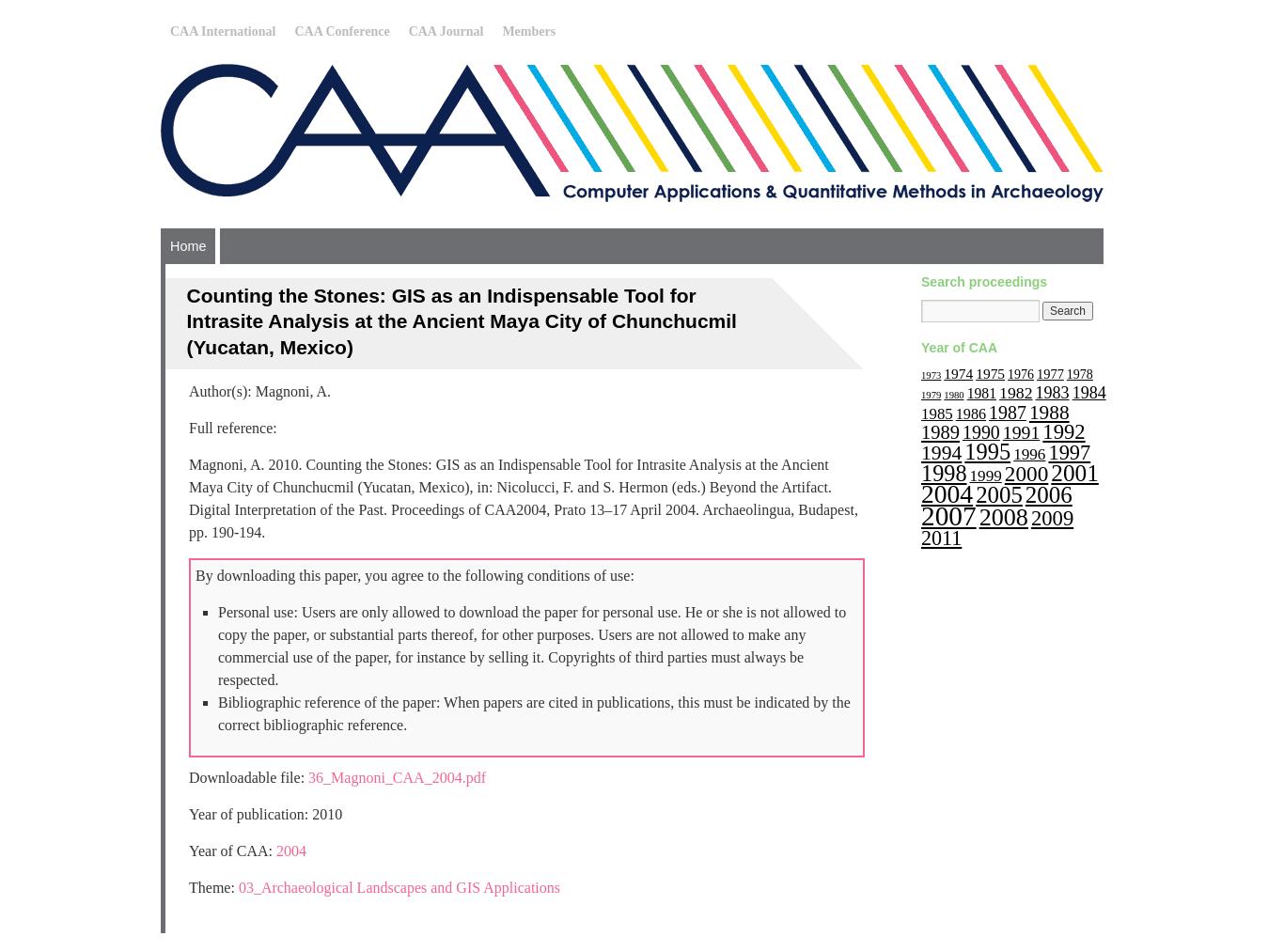 The height and width of the screenshot is (952, 1284). I want to click on '1988', so click(1047, 412).